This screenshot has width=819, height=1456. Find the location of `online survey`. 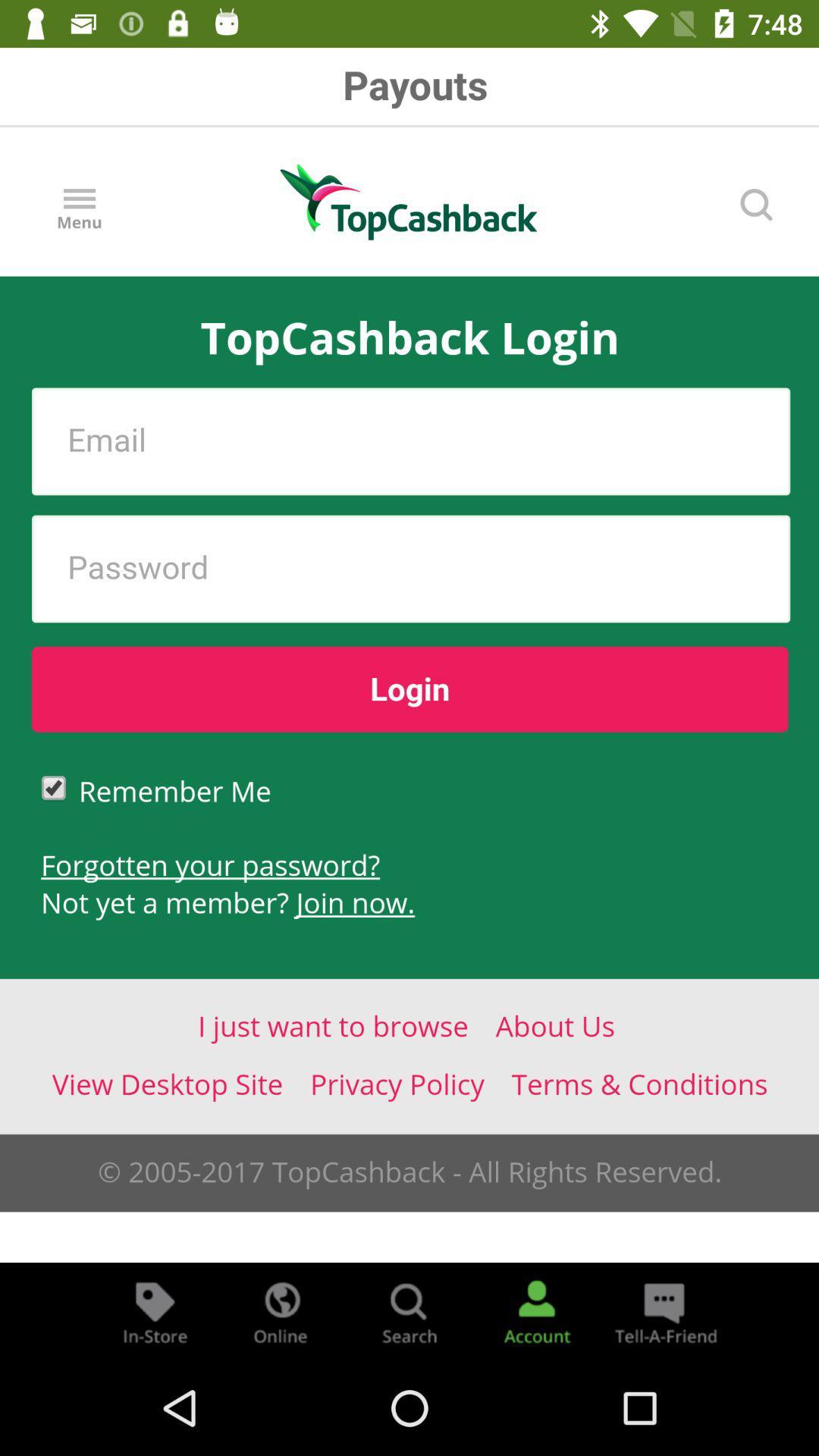

online survey is located at coordinates (281, 1310).